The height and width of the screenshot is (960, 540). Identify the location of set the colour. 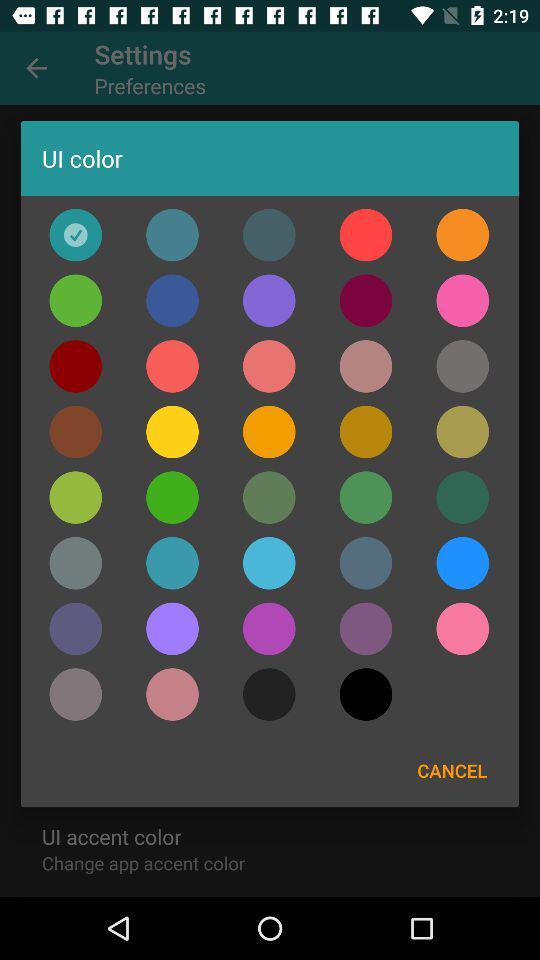
(269, 694).